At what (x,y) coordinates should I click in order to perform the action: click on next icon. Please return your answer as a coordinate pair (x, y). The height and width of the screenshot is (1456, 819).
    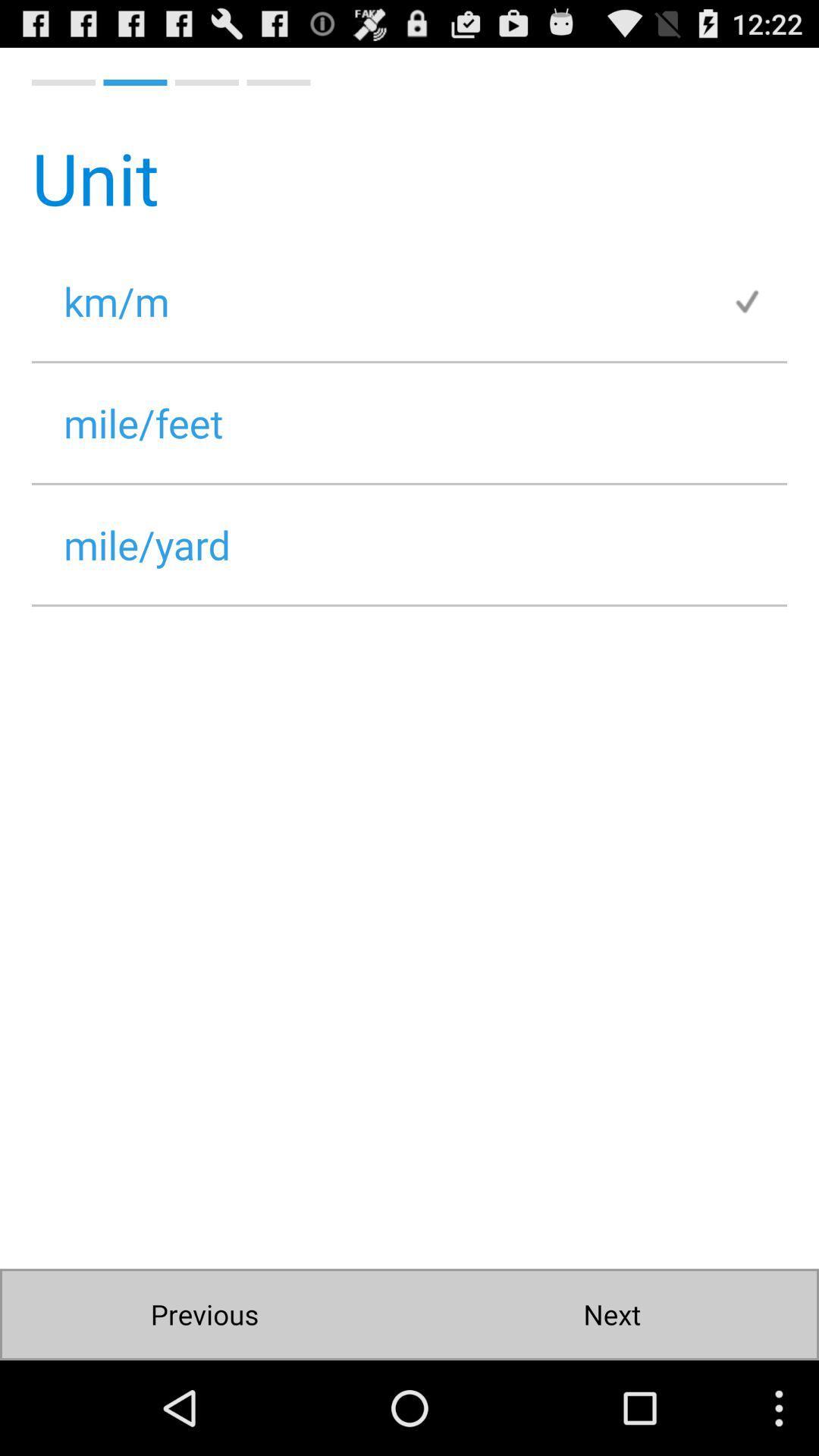
    Looking at the image, I should click on (610, 1313).